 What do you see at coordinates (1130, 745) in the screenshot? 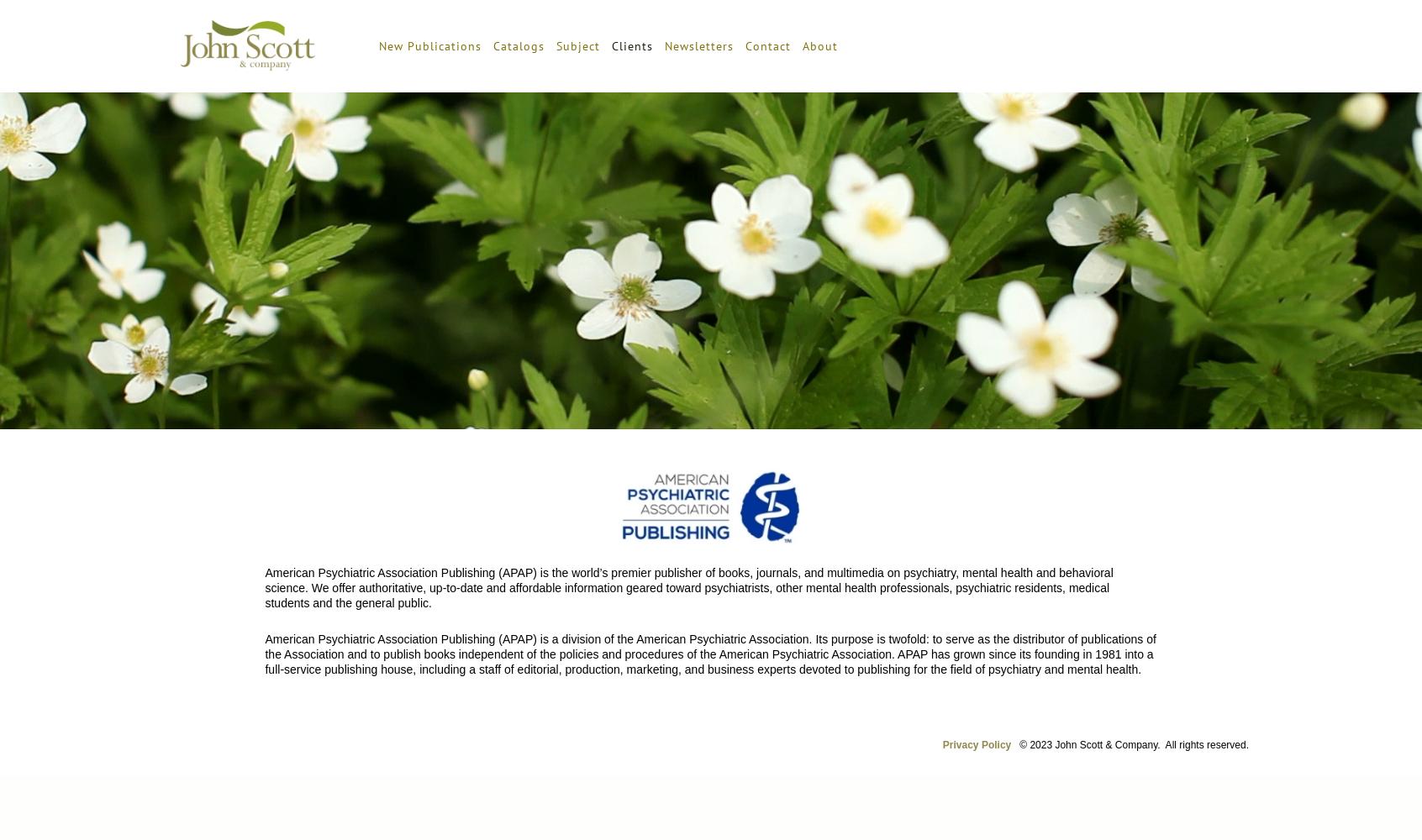
I see `'© 2023 John Scott & Company.  All rights reserved.'` at bounding box center [1130, 745].